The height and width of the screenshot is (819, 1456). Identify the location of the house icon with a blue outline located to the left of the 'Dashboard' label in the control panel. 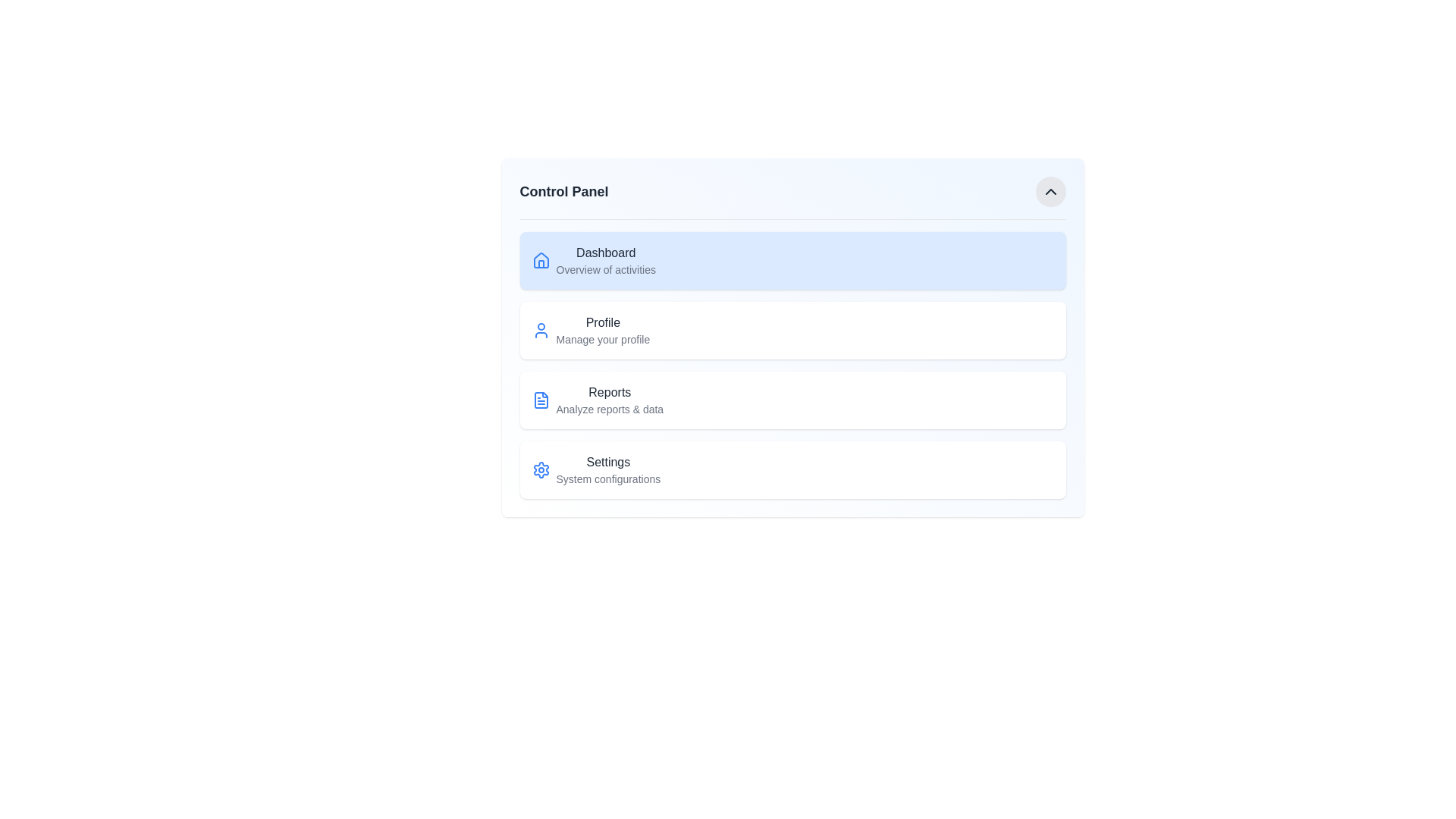
(541, 259).